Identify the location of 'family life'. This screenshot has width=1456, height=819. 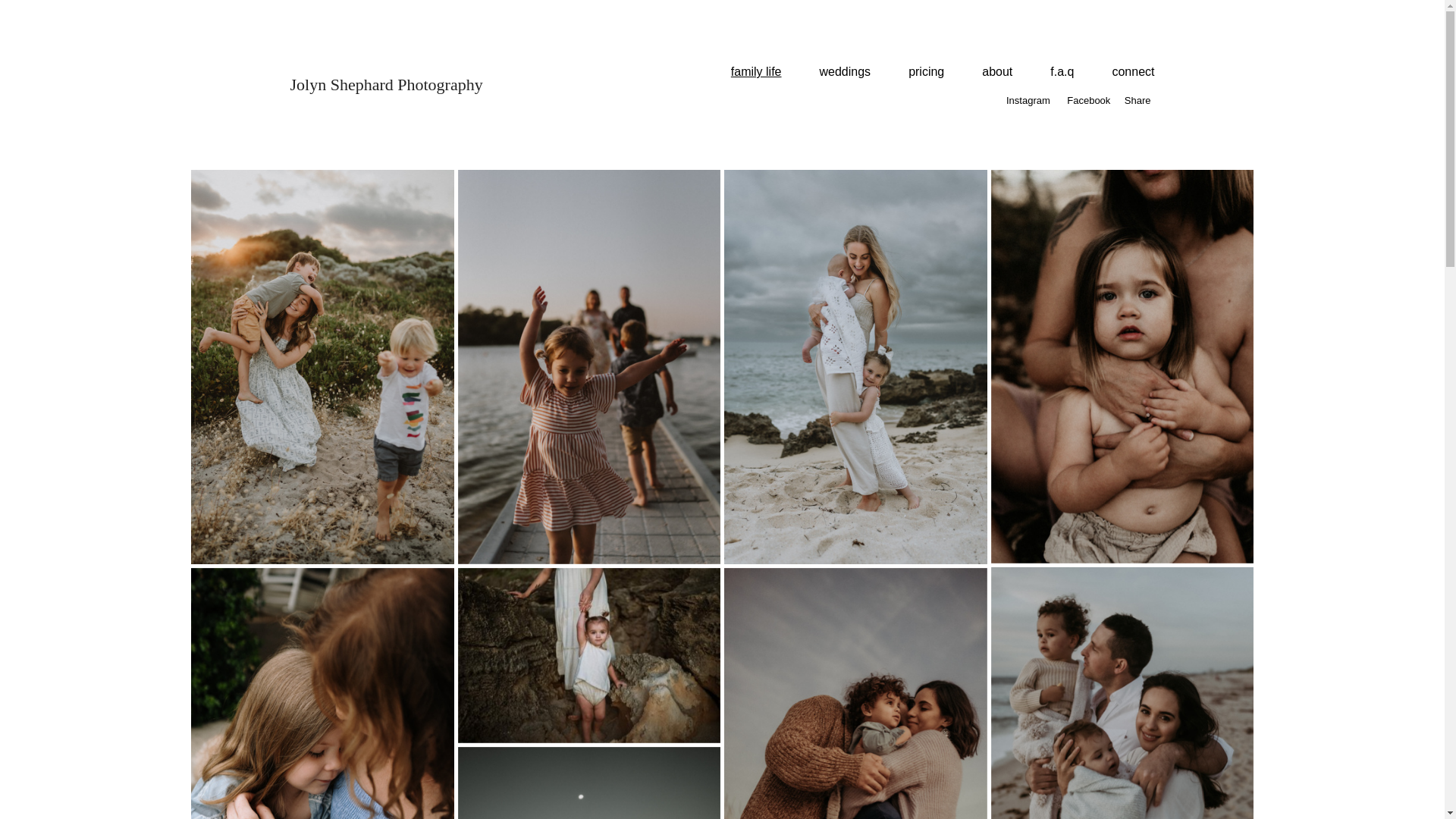
(731, 71).